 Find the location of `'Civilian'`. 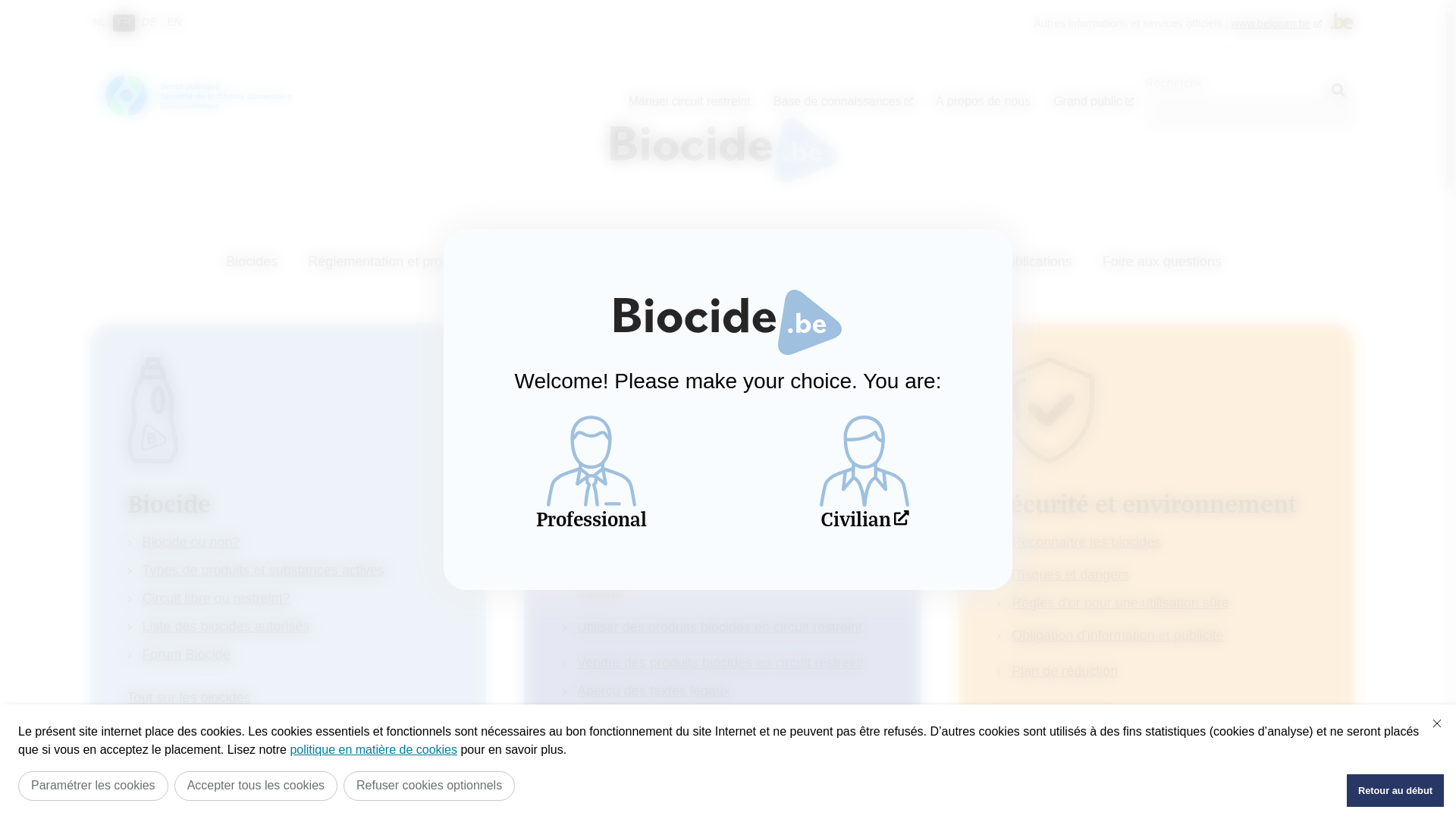

'Civilian' is located at coordinates (864, 472).